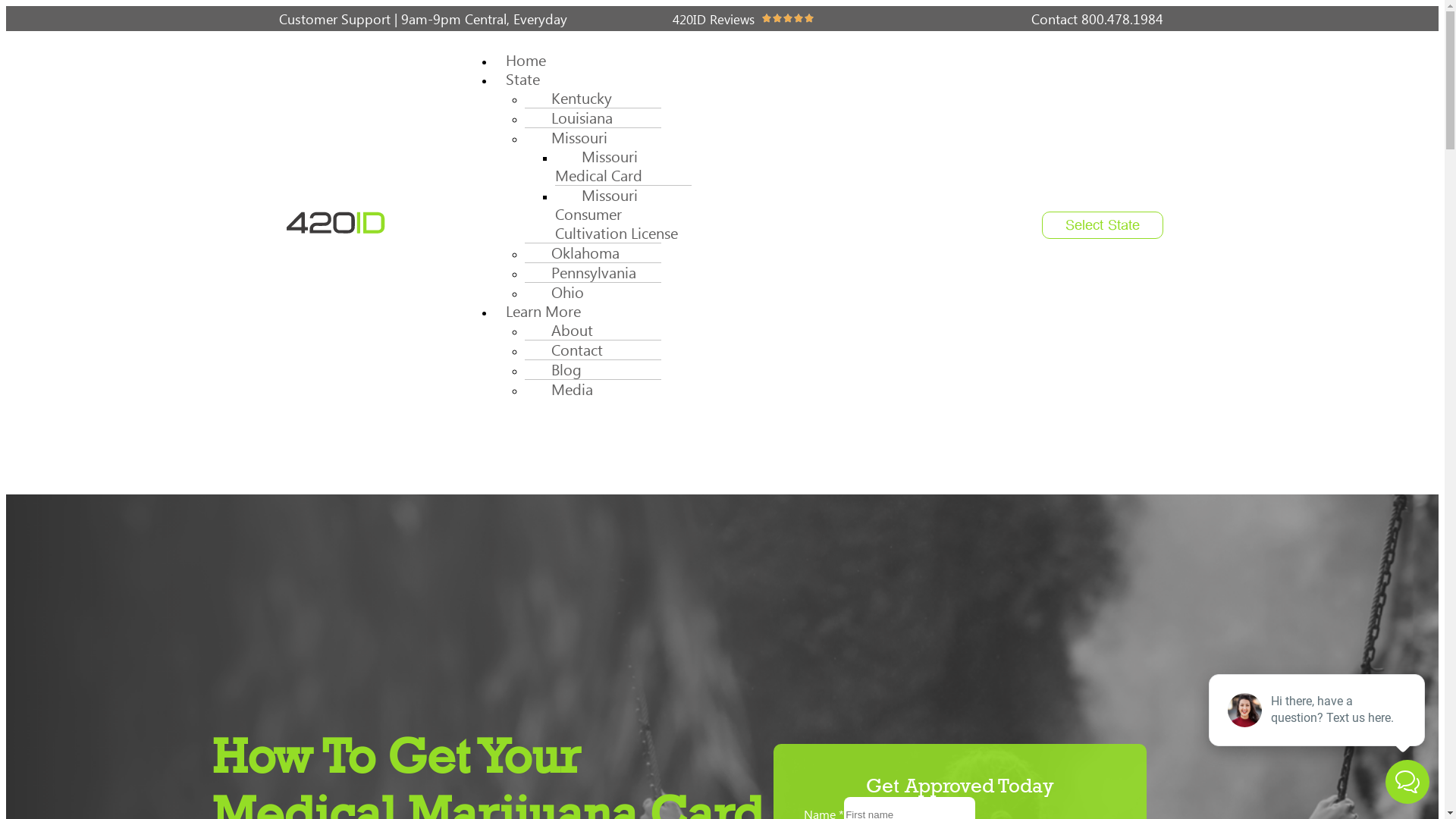 This screenshot has height=819, width=1456. I want to click on 'Ohio', so click(559, 292).